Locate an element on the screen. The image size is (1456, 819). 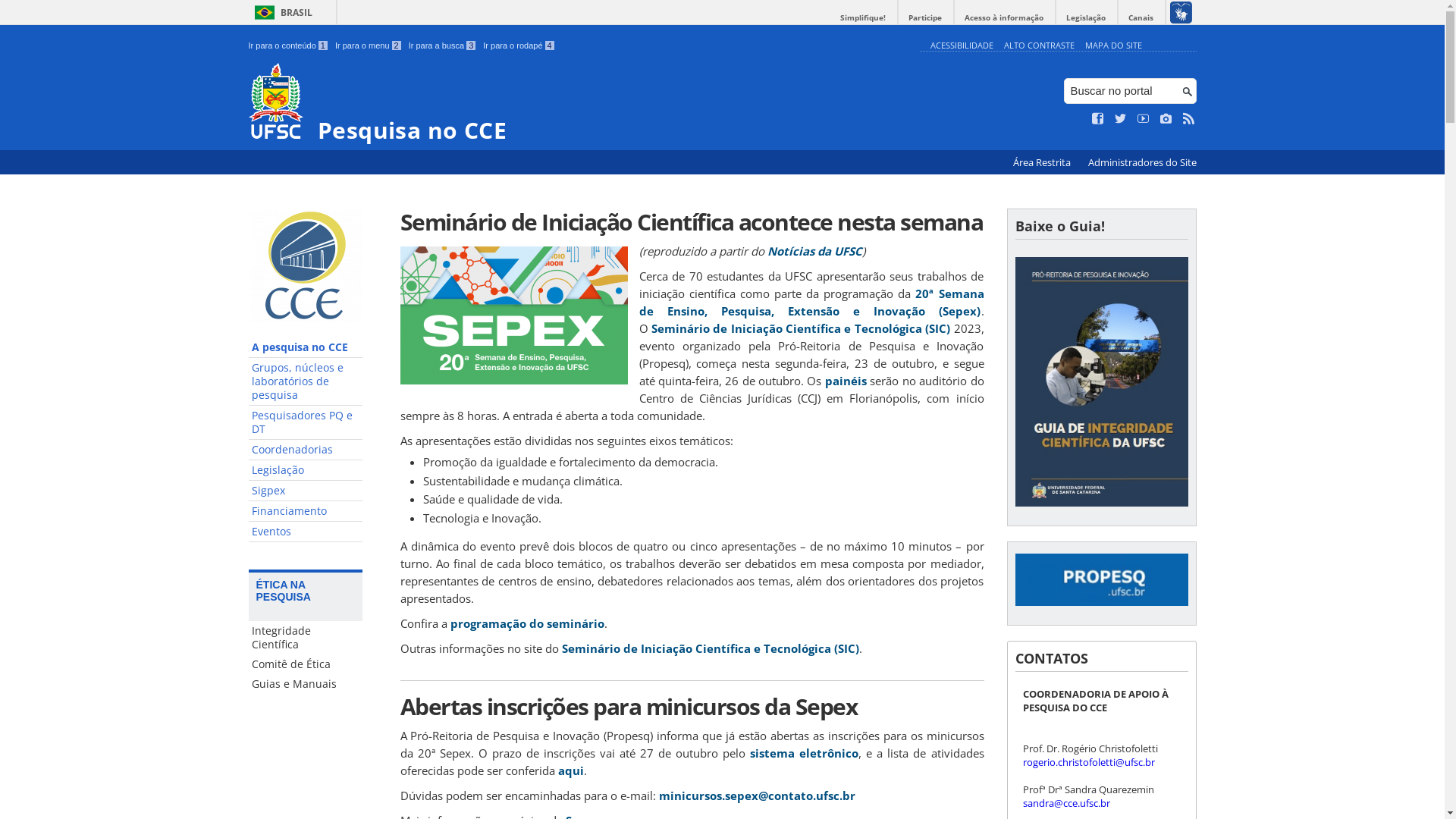
'Canais' is located at coordinates (1141, 17).